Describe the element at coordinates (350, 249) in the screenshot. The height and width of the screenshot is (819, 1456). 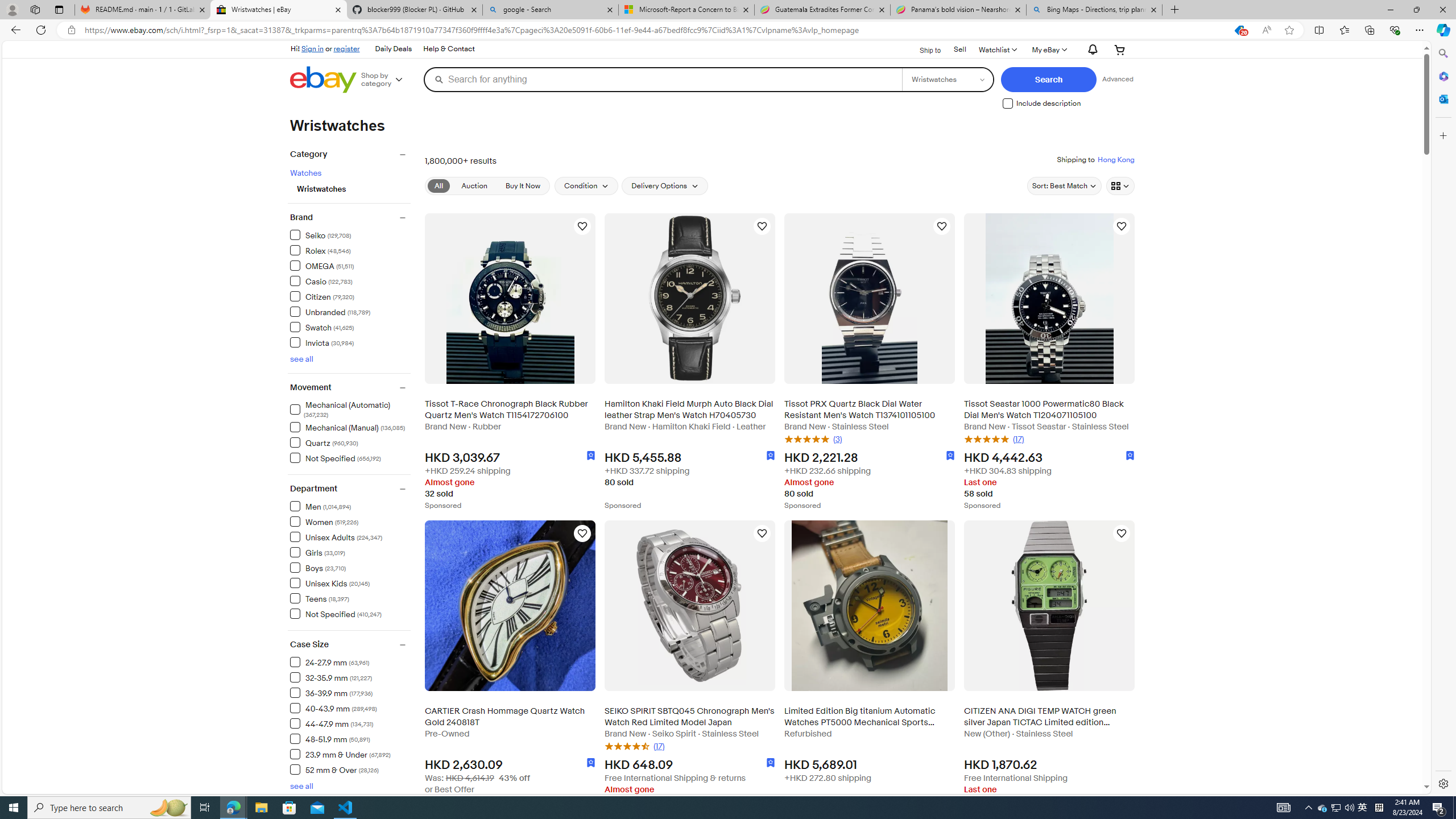
I see `'Rolex(48,546) Items'` at that location.